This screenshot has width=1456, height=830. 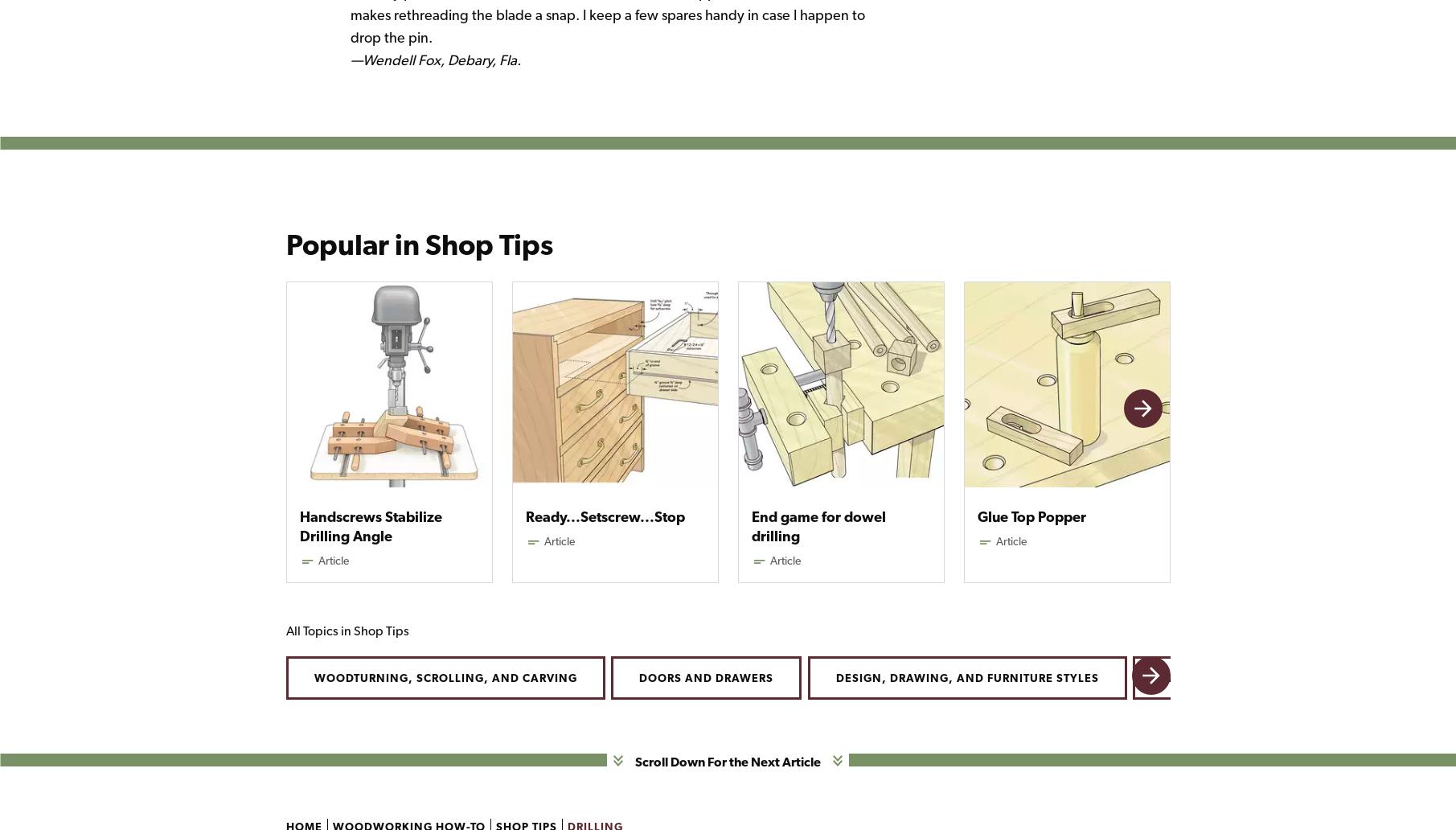 I want to click on 'Handscrews Stabilize Drilling Angle', so click(x=370, y=524).